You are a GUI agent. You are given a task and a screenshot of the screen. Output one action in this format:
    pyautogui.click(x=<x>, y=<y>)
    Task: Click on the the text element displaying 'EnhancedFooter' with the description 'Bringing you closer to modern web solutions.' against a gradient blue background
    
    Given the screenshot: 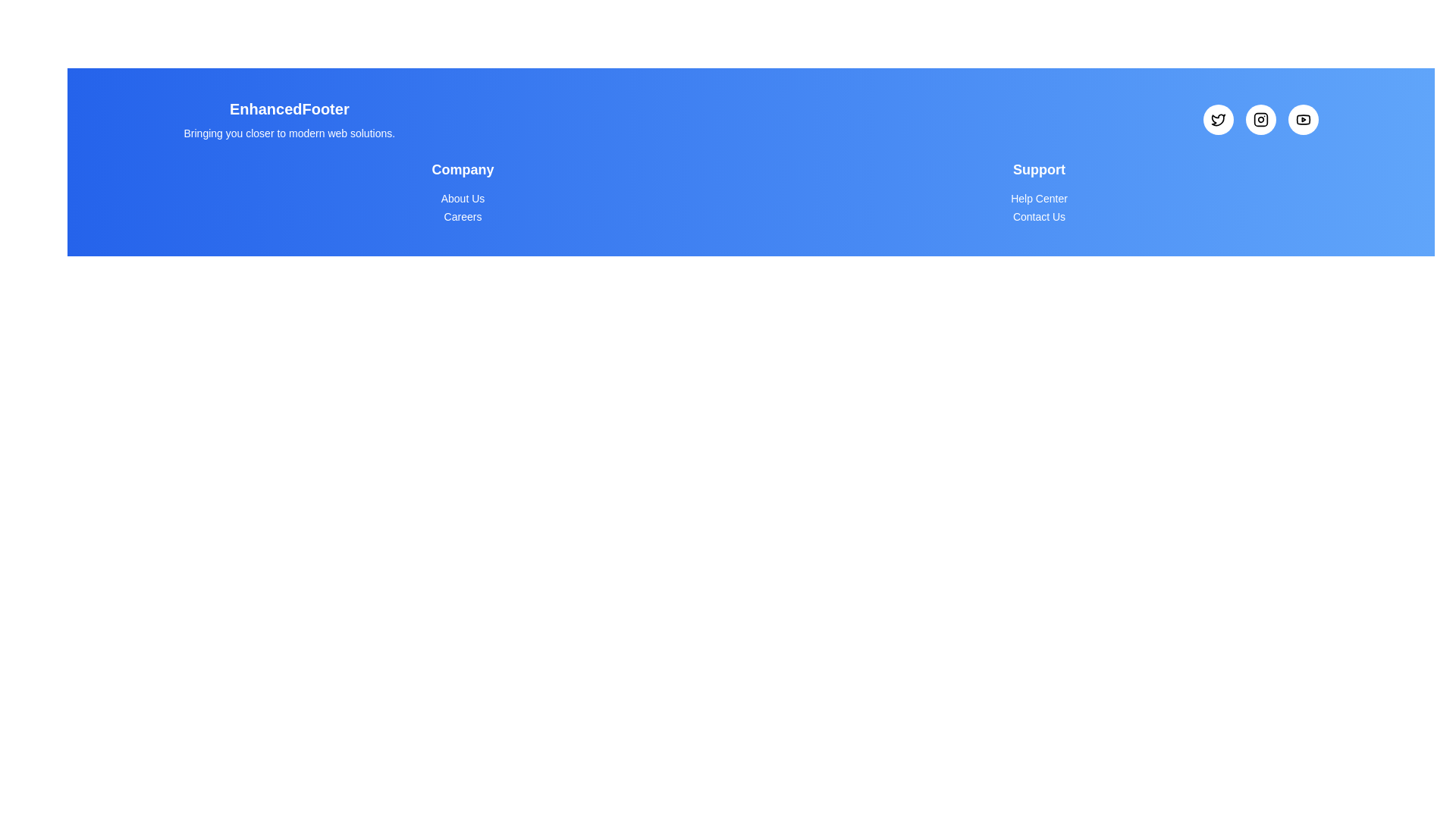 What is the action you would take?
    pyautogui.click(x=289, y=119)
    